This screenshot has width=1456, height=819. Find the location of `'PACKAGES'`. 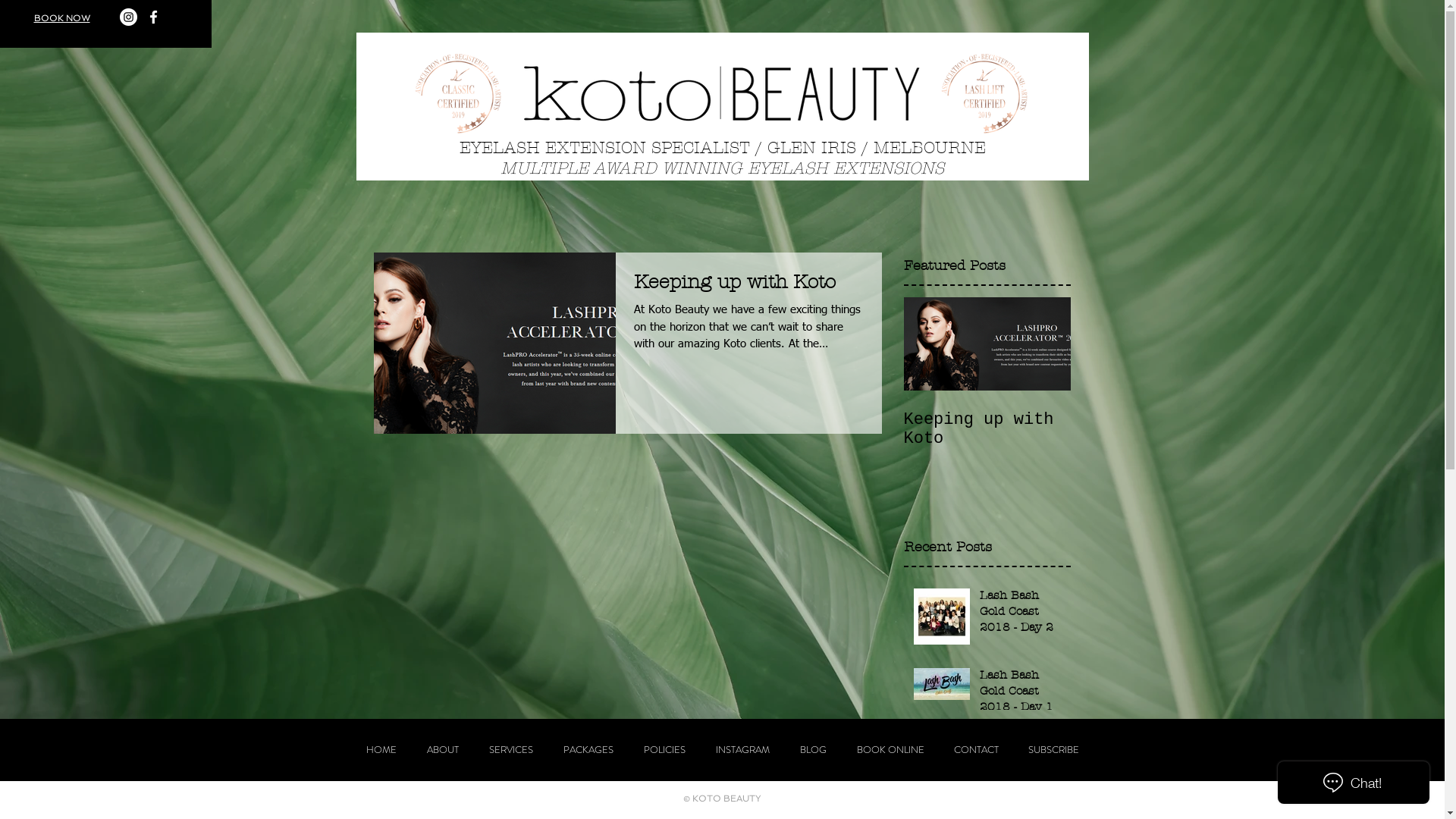

'PACKAGES' is located at coordinates (586, 748).